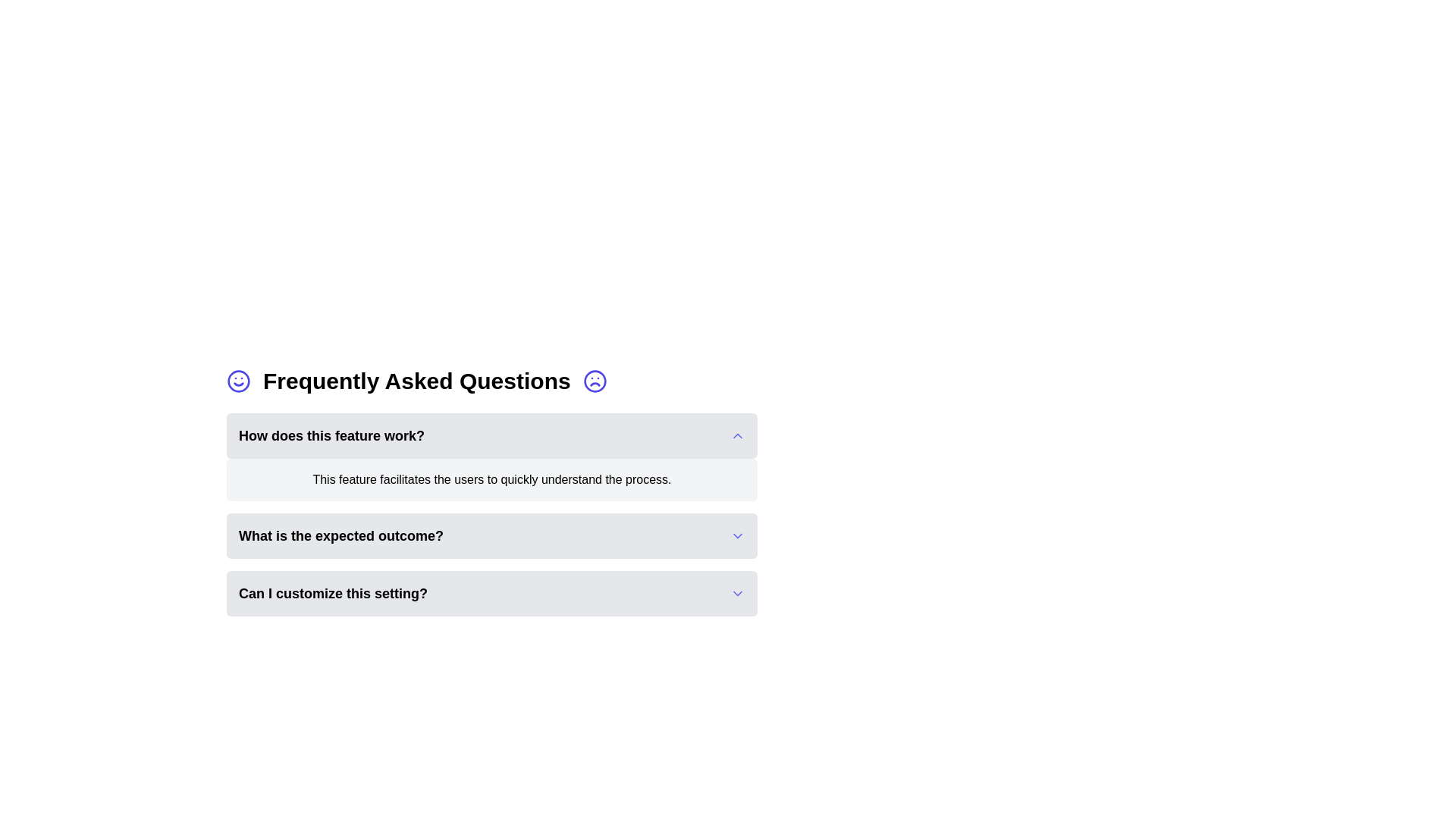 The width and height of the screenshot is (1456, 819). I want to click on the circular emoji-like icon with a smiling face, which is indigo blue and located to the left of the 'Frequently Asked Questions' title text, so click(238, 380).